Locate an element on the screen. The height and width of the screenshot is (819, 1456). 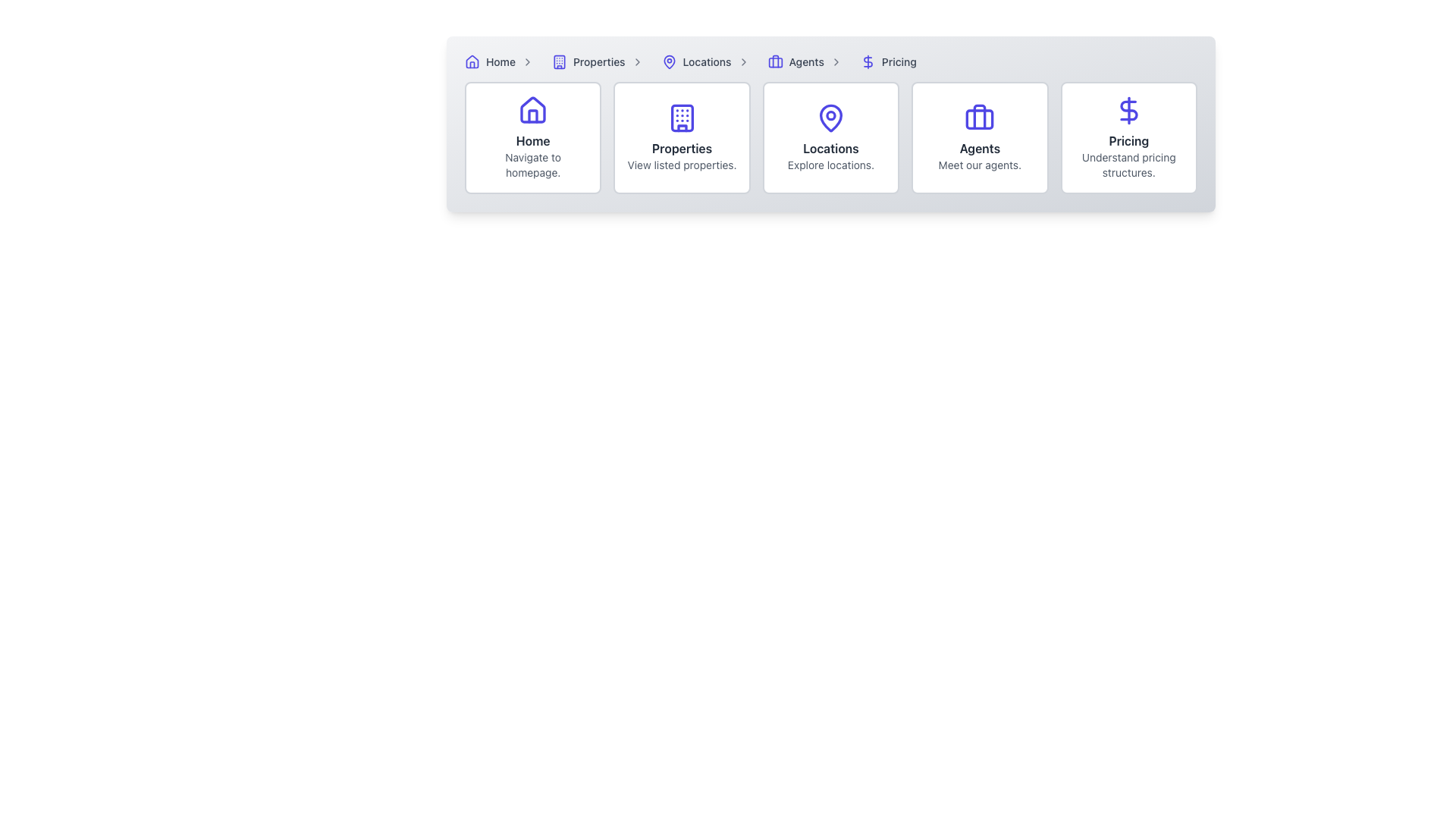
the 'Properties' card, which has an indigo building icon and the title 'Properties' in bold is located at coordinates (681, 137).